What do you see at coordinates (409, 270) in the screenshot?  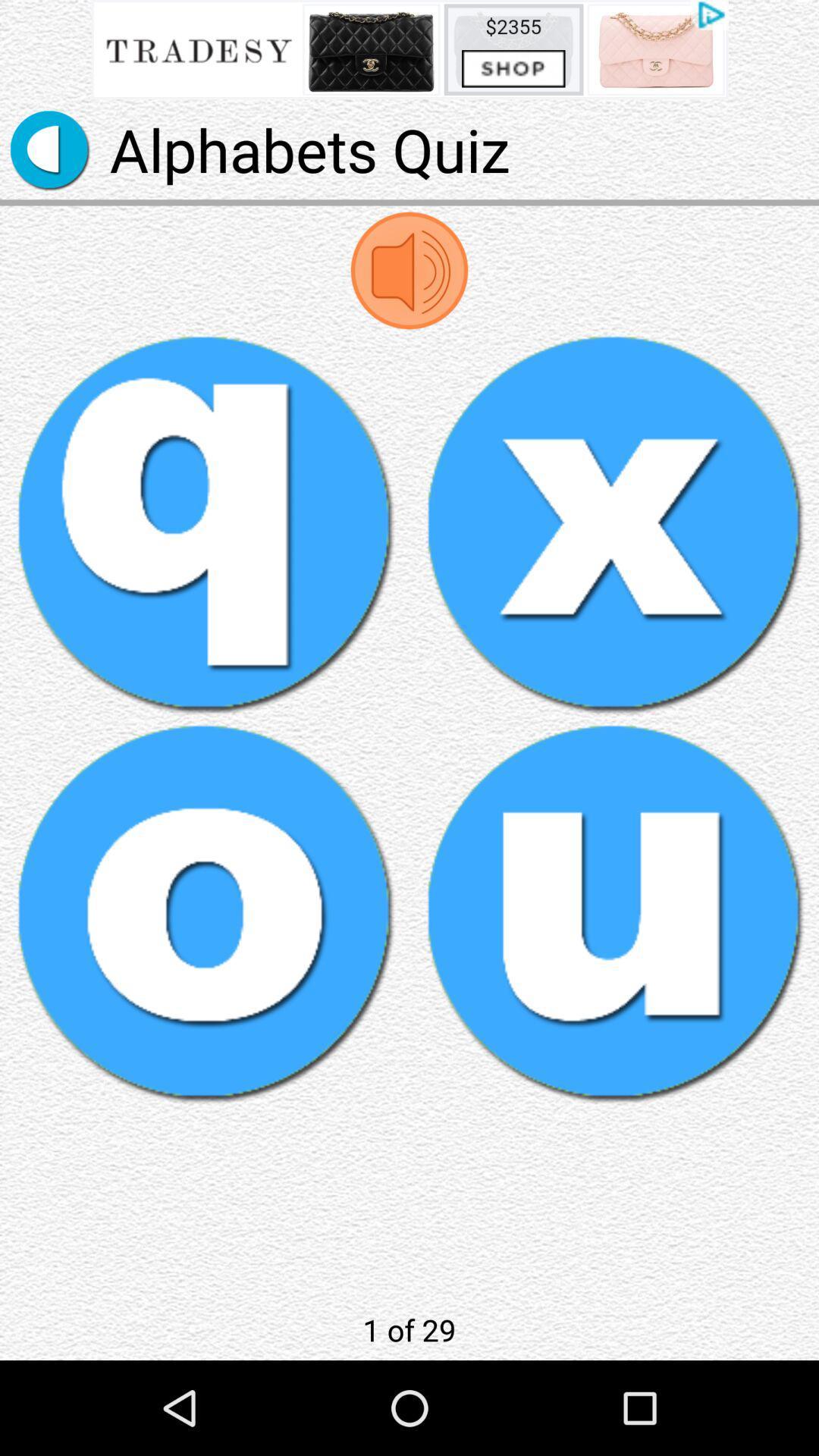 I see `speaker` at bounding box center [409, 270].